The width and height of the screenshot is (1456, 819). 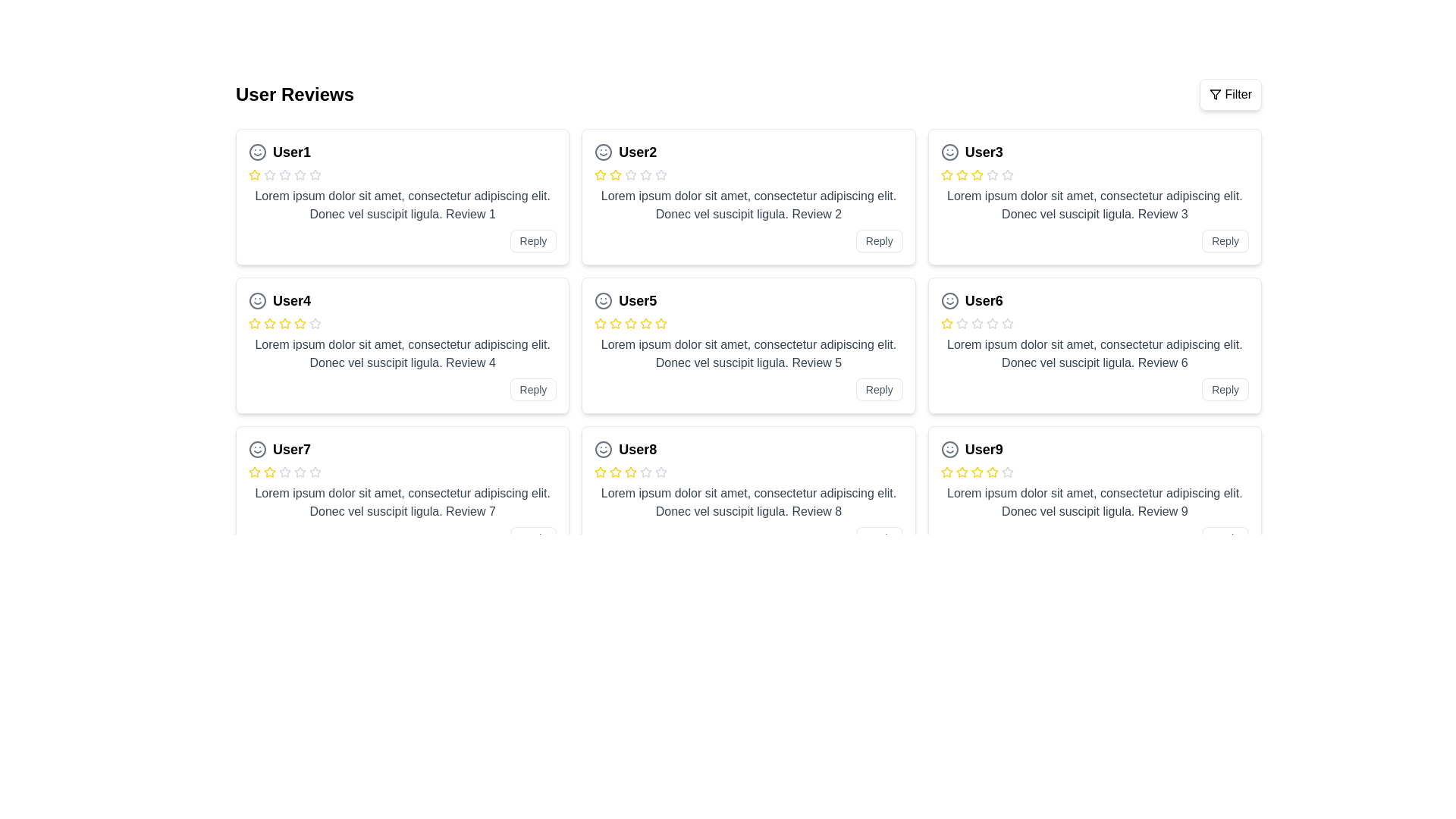 What do you see at coordinates (992, 323) in the screenshot?
I see `the fifth star icon in a star rating system under the review titled 'User6' located in the bottom-right card of the second row of reviews` at bounding box center [992, 323].